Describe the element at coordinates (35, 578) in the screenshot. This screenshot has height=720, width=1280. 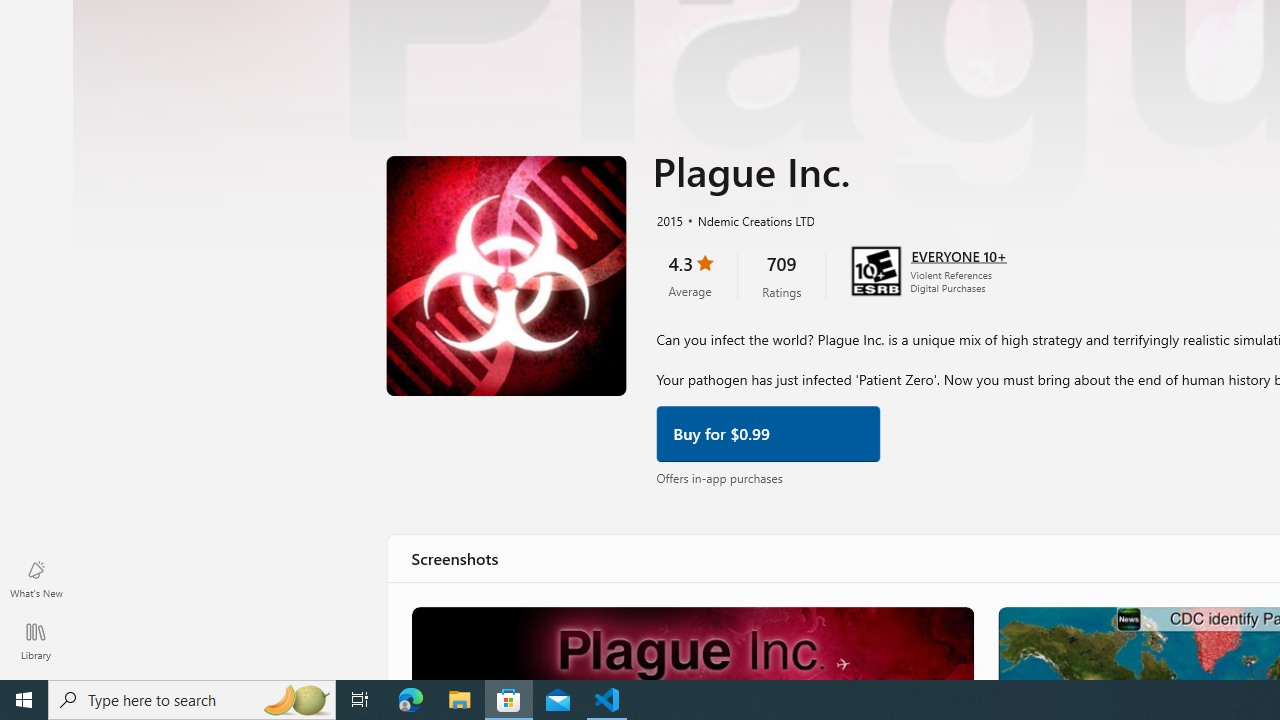
I see `'What'` at that location.